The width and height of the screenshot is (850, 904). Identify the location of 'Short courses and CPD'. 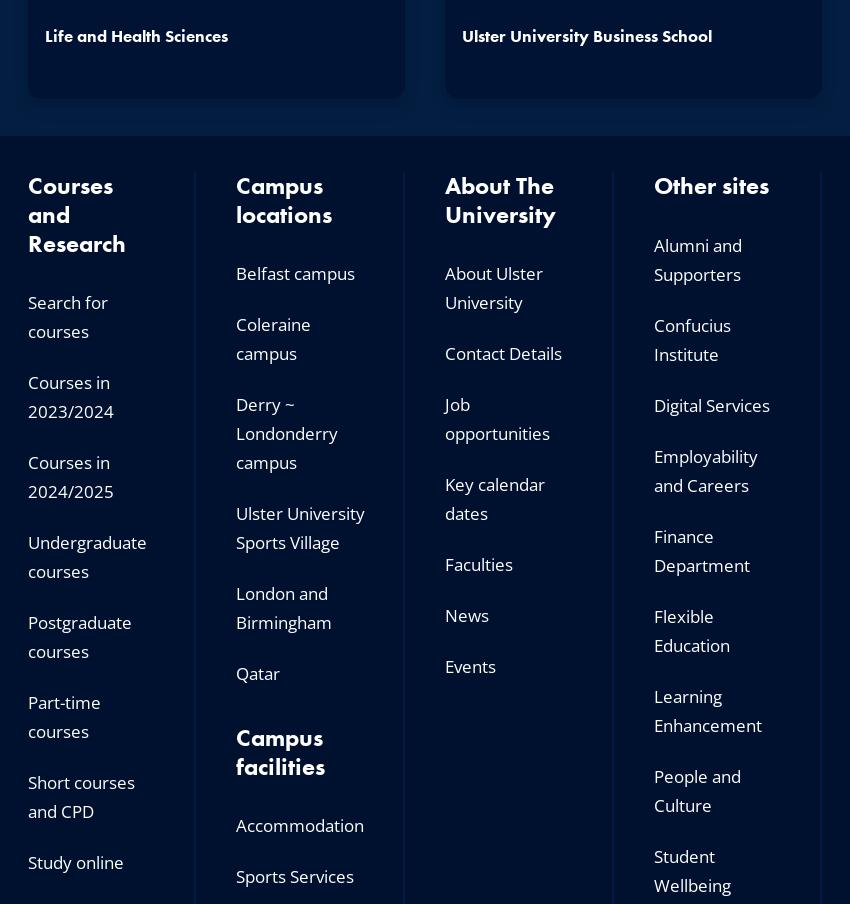
(80, 795).